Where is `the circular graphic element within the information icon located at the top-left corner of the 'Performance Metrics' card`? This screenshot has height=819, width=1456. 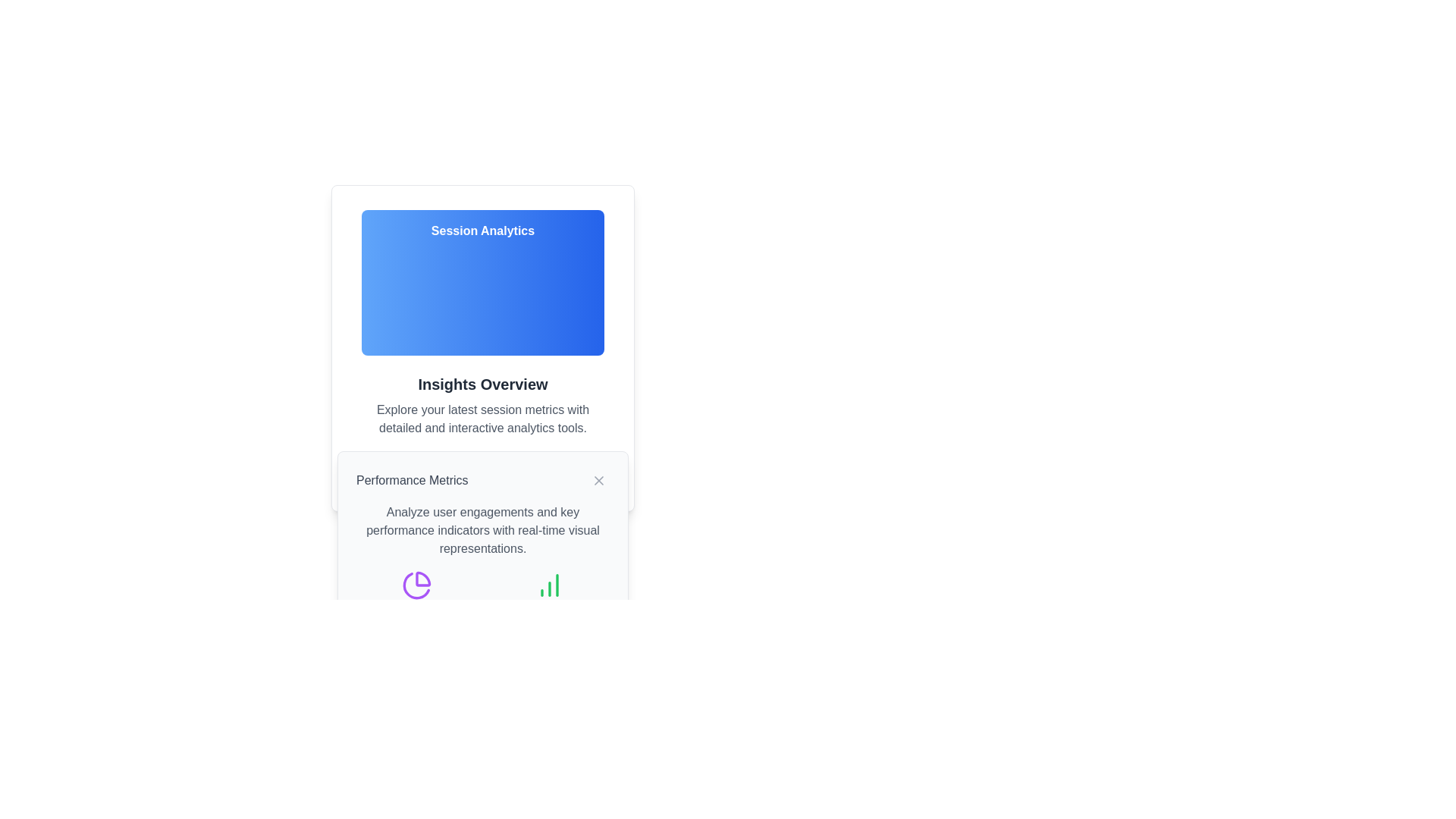
the circular graphic element within the information icon located at the top-left corner of the 'Performance Metrics' card is located at coordinates (446, 470).